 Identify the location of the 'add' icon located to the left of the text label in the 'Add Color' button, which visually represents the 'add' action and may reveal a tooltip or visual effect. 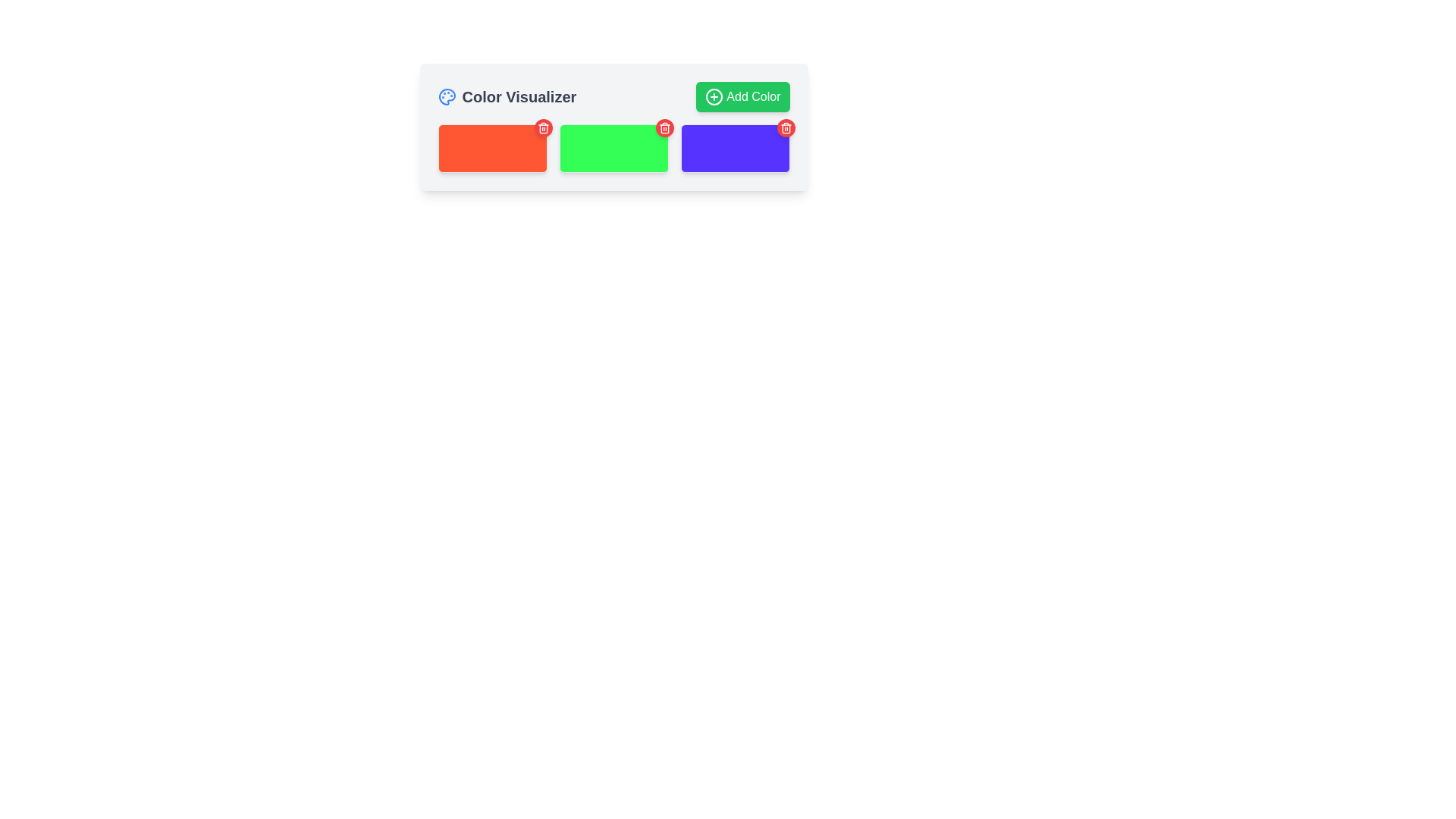
(714, 96).